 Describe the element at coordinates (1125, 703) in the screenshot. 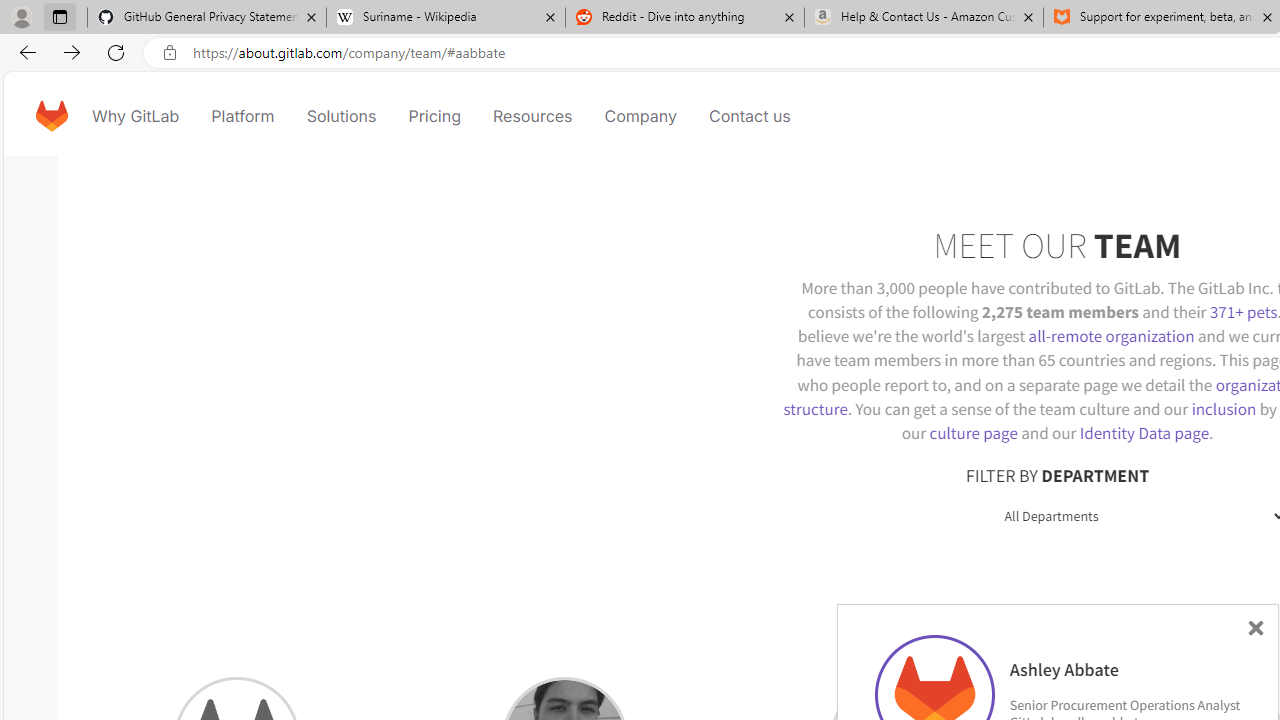

I see `'Senior Procurement Operations Analyst'` at that location.